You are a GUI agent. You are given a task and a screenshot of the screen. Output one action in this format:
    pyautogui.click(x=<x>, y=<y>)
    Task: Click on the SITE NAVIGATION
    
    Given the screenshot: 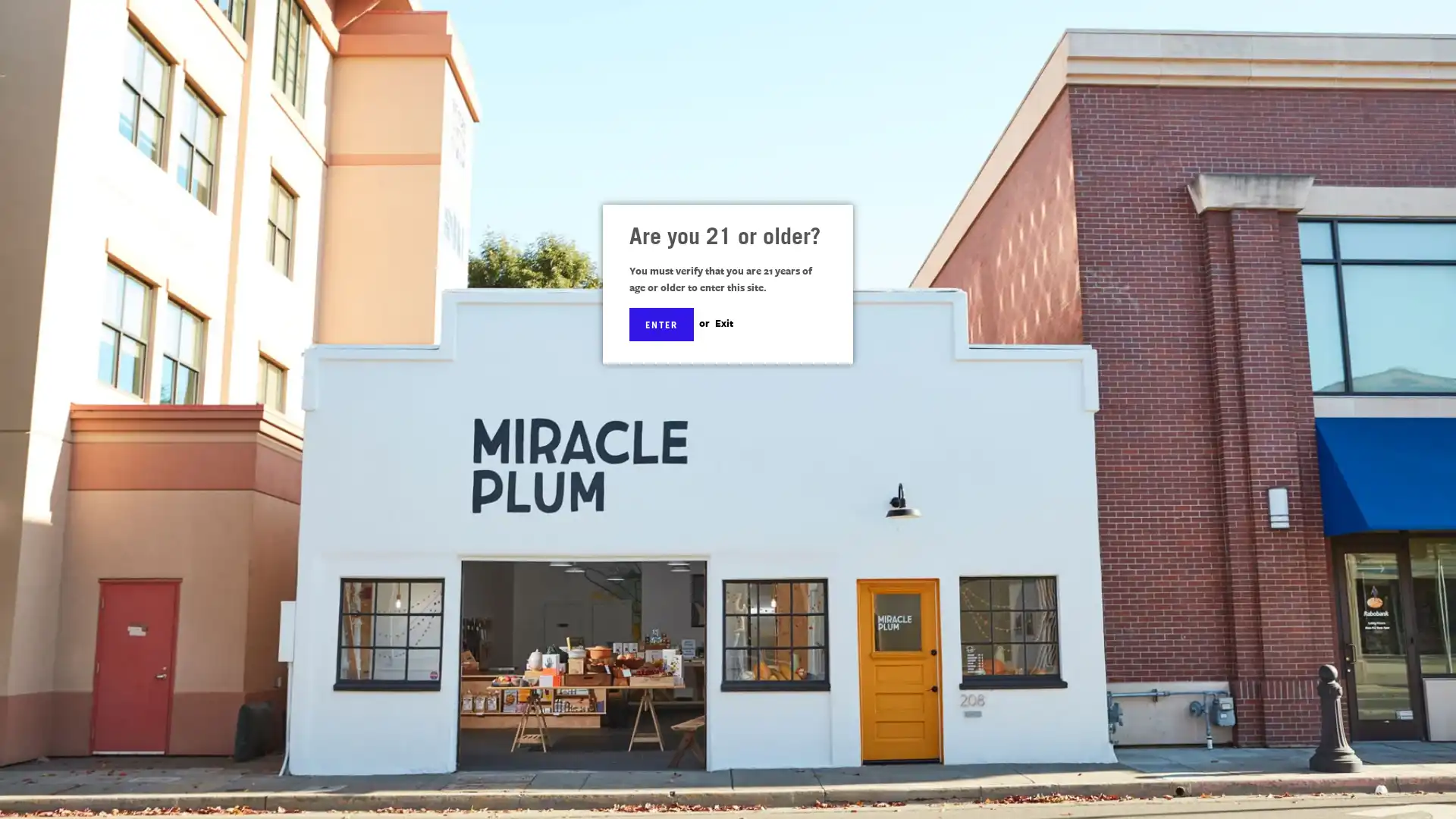 What is the action you would take?
    pyautogui.click(x=364, y=124)
    